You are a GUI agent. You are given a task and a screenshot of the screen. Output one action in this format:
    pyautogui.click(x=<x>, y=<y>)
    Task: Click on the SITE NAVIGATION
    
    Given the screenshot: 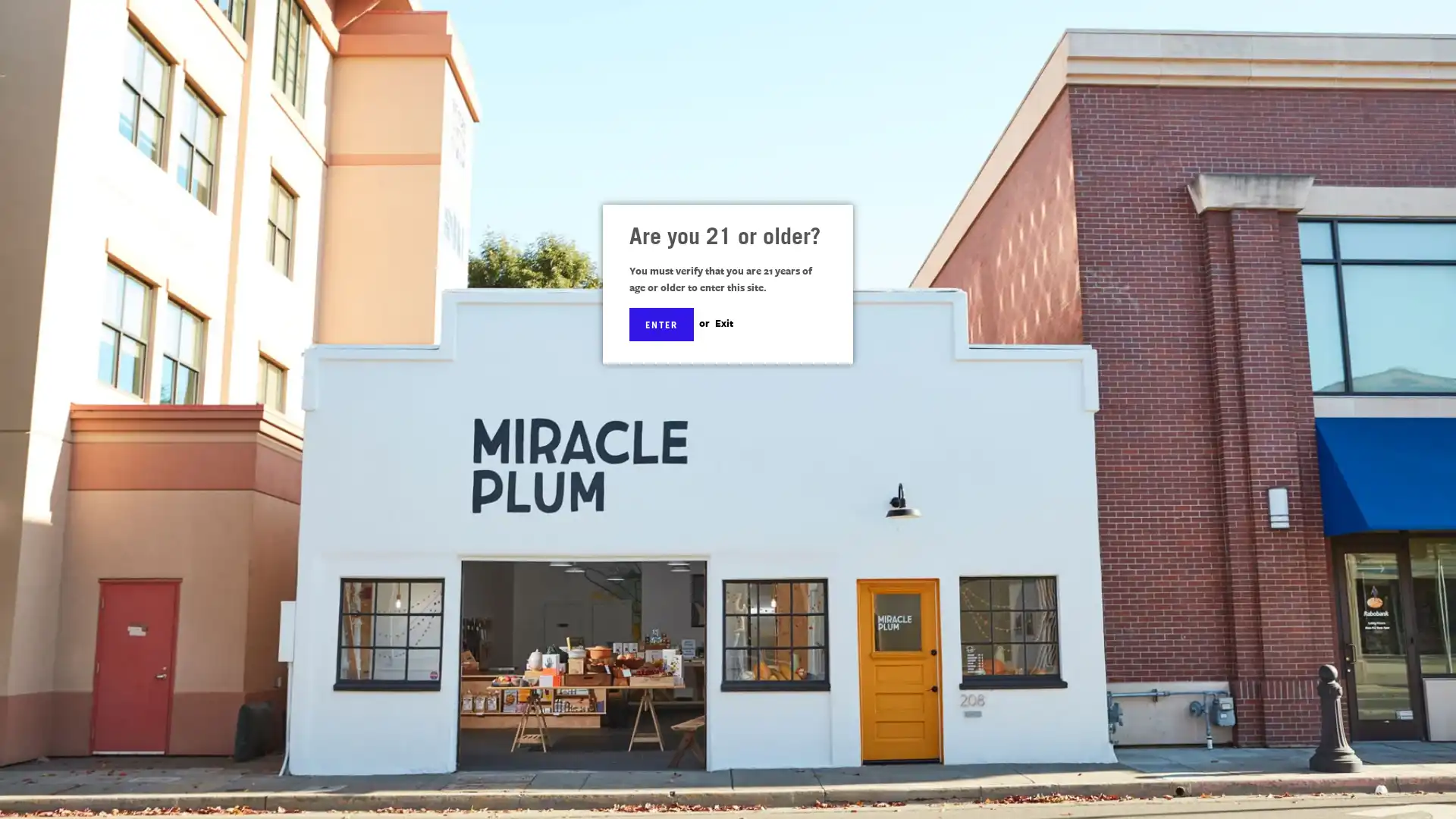 What is the action you would take?
    pyautogui.click(x=364, y=124)
    